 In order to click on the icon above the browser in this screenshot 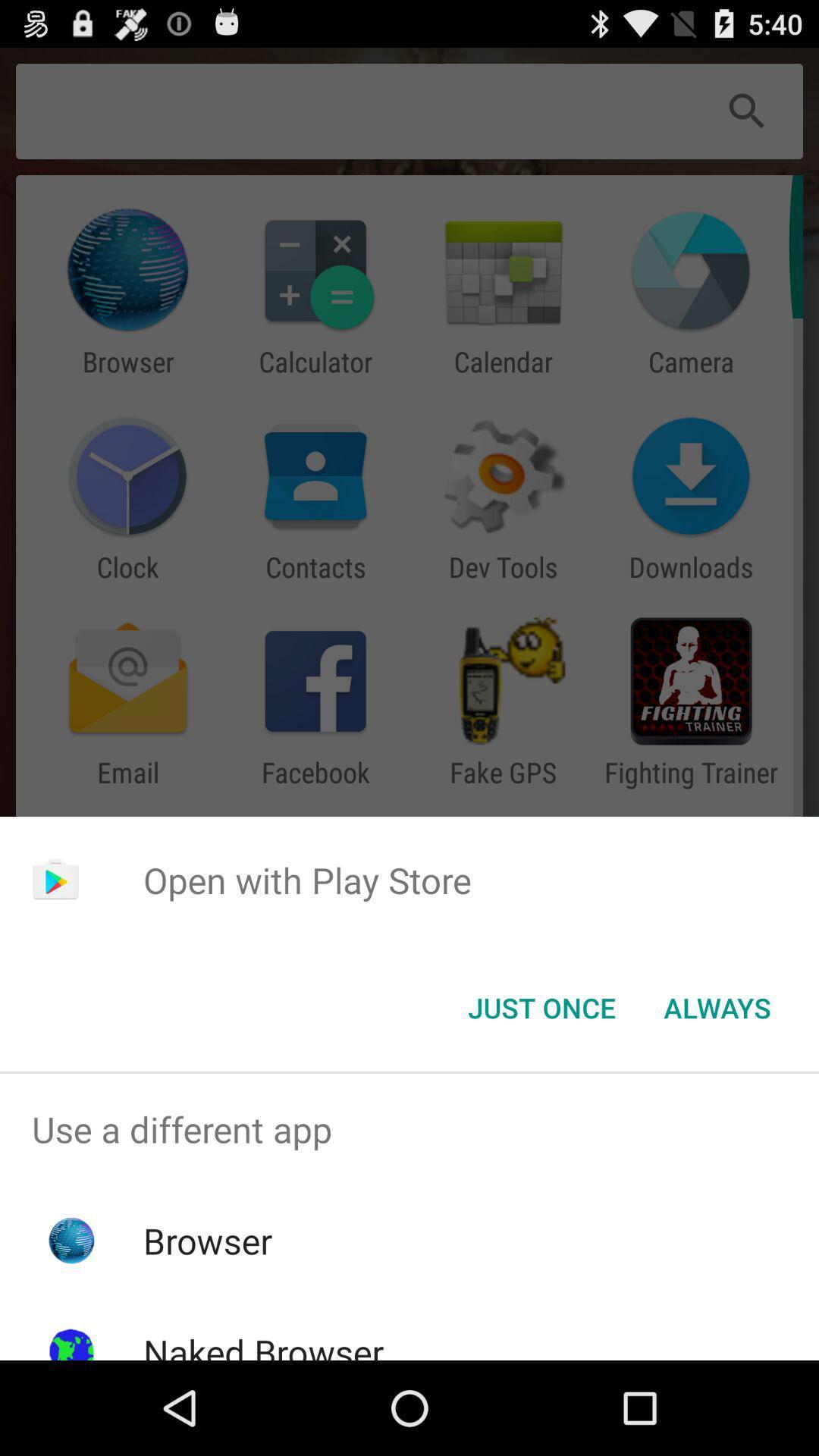, I will do `click(409, 1129)`.